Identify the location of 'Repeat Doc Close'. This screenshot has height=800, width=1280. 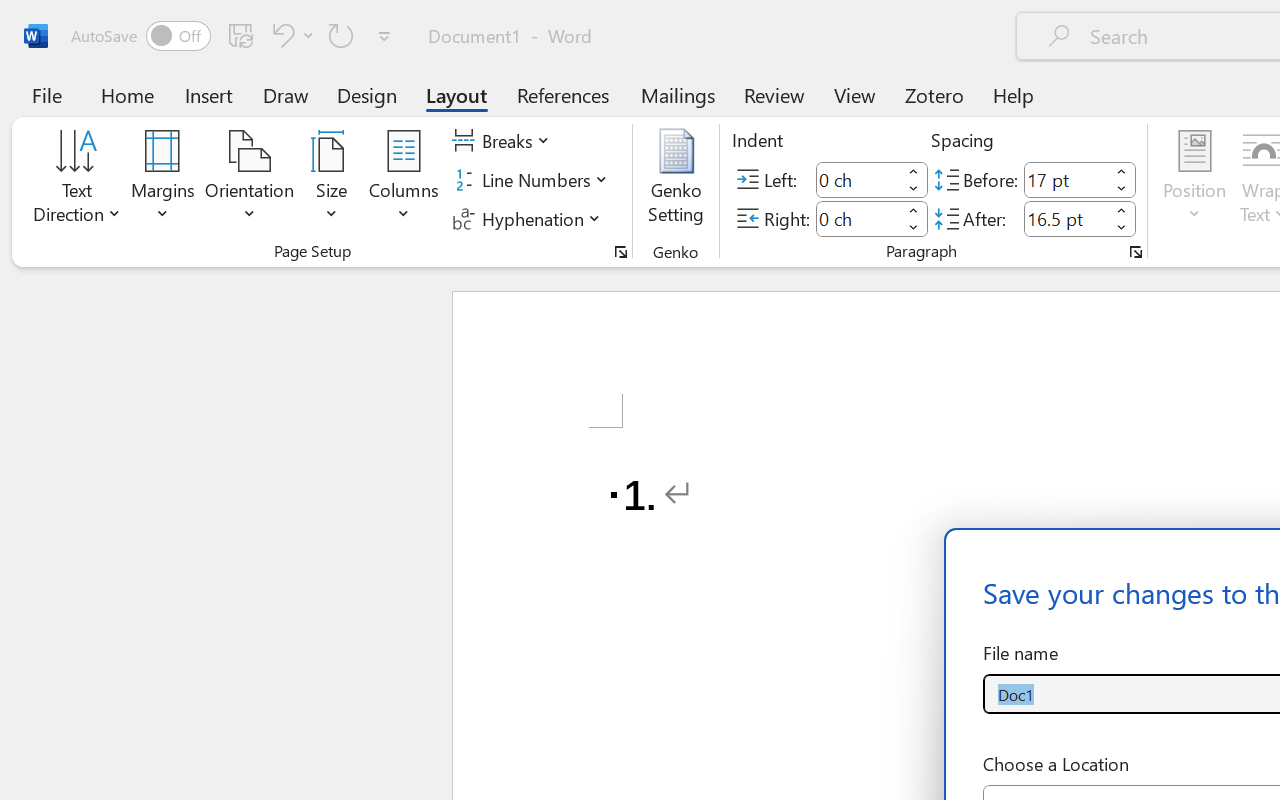
(341, 34).